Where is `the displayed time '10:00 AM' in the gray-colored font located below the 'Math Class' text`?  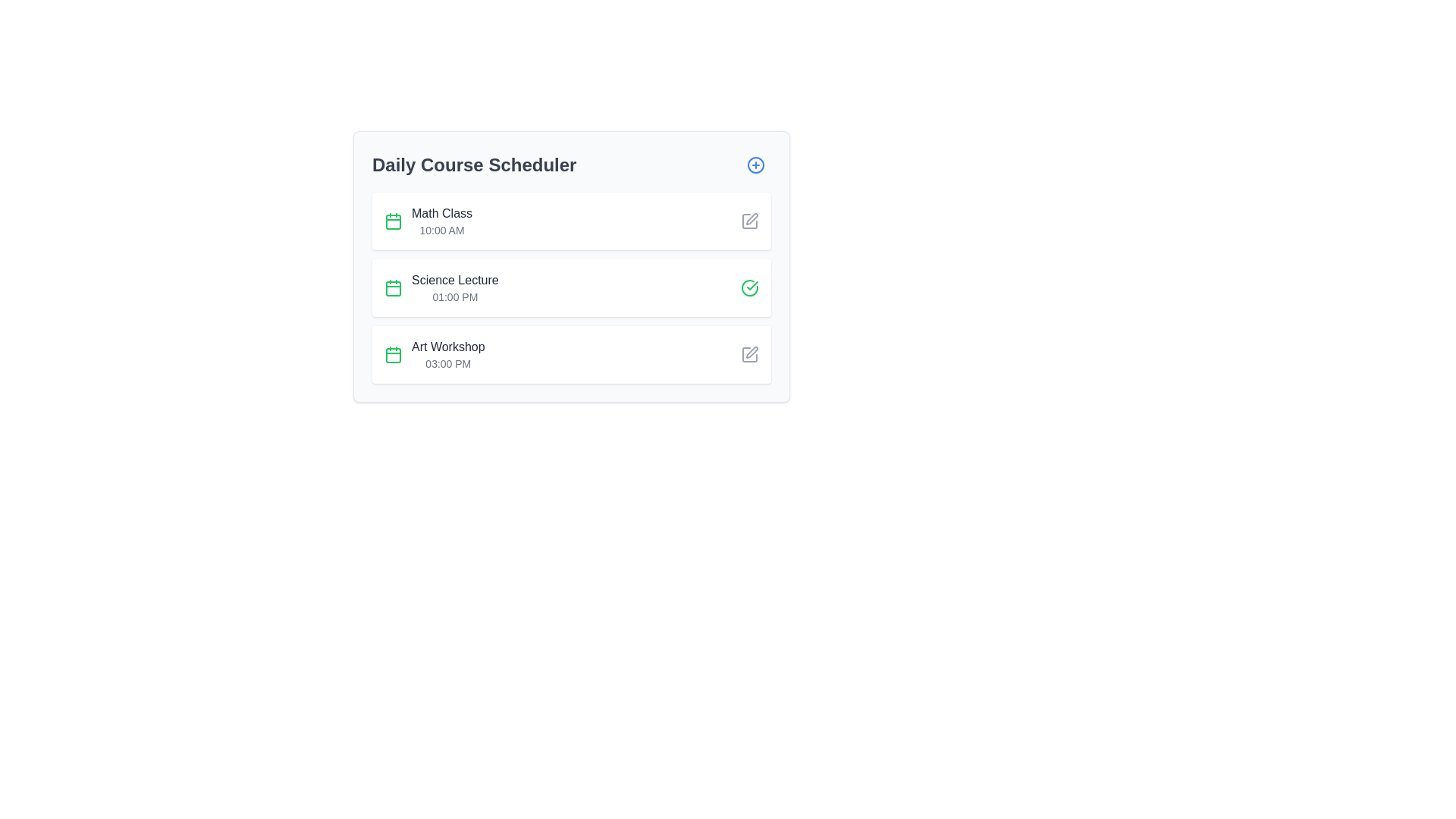 the displayed time '10:00 AM' in the gray-colored font located below the 'Math Class' text is located at coordinates (441, 231).